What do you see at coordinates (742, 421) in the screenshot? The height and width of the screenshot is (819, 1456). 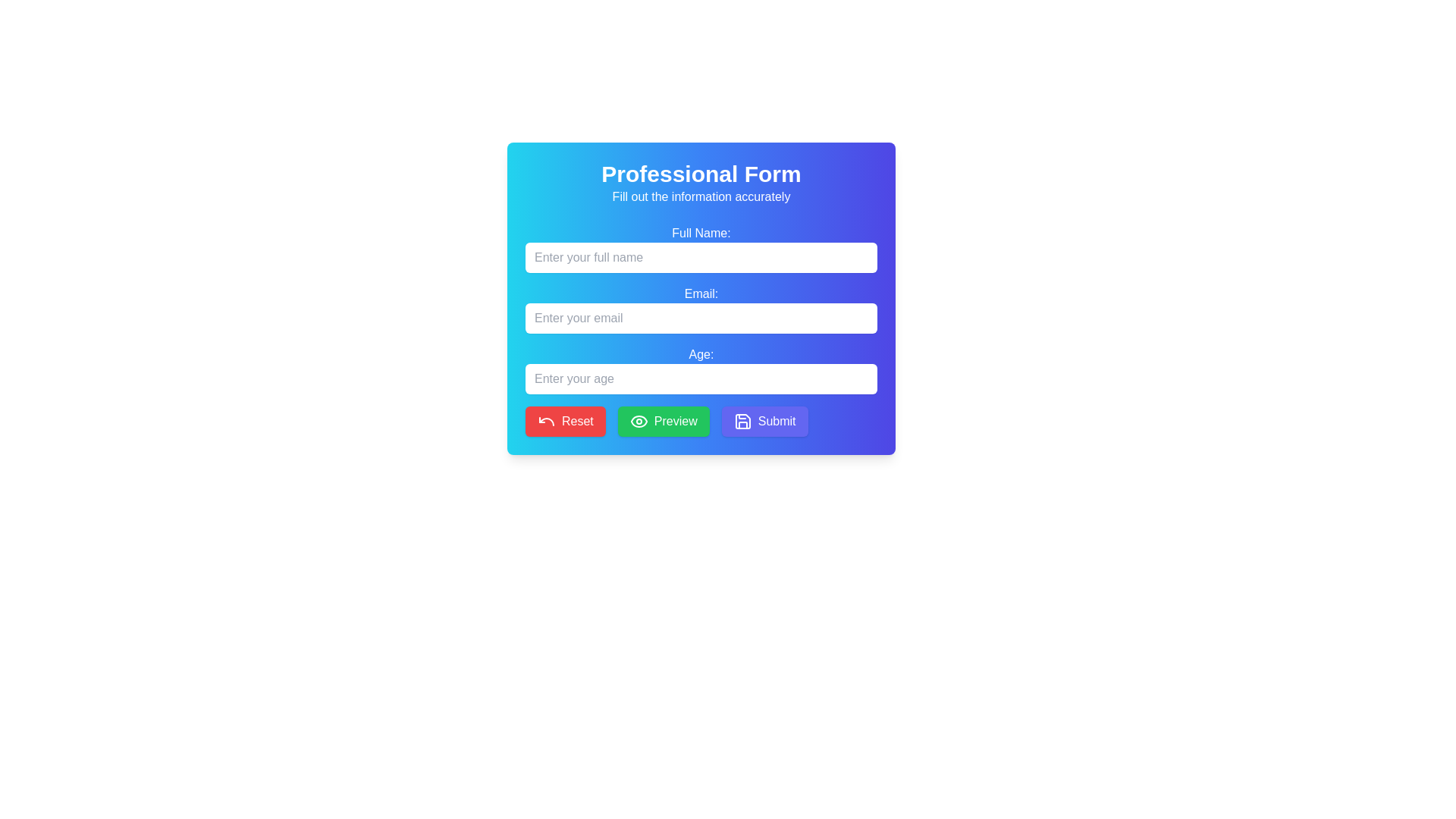 I see `the Save Icon` at bounding box center [742, 421].